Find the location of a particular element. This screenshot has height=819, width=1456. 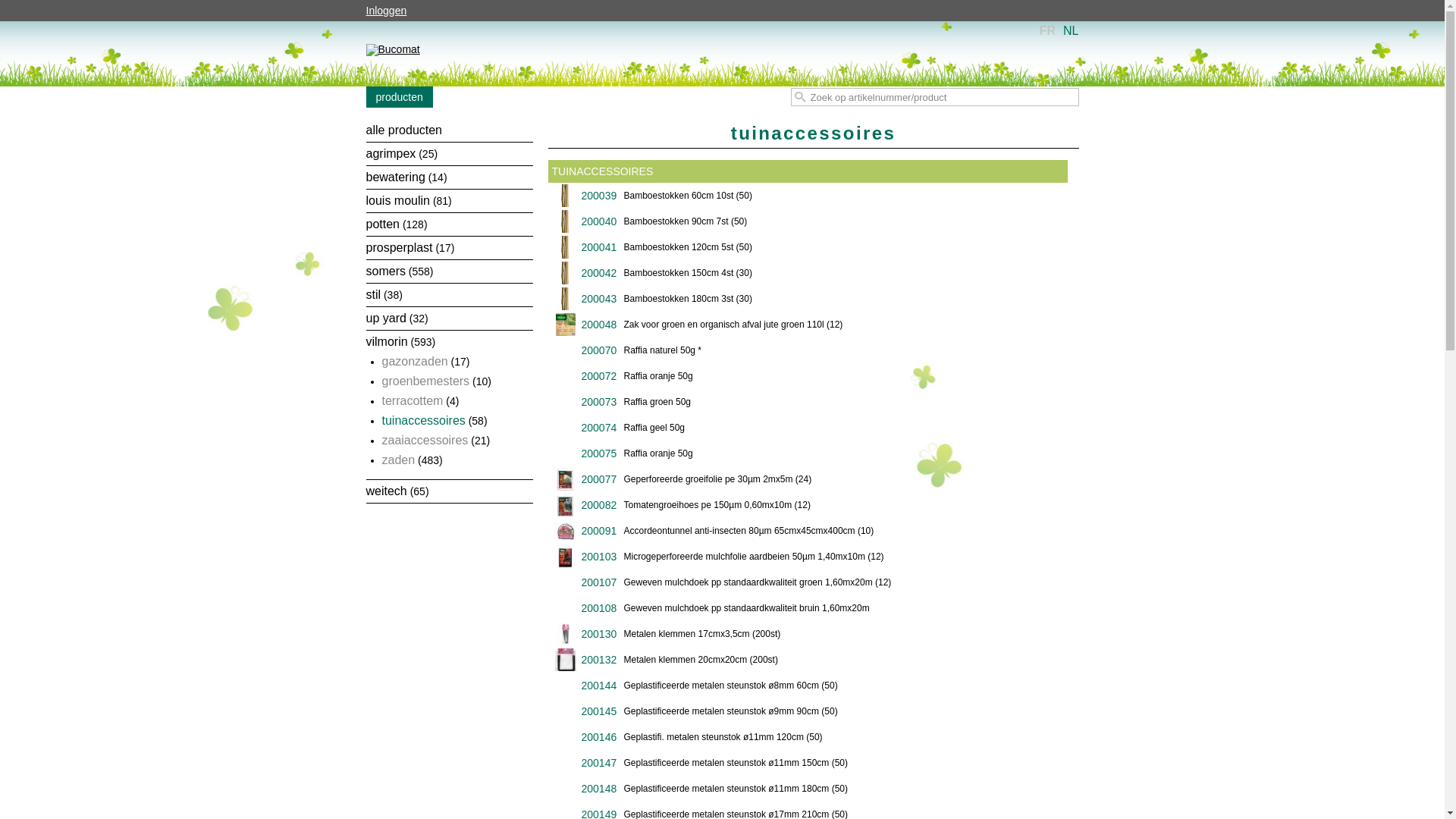

'NL' is located at coordinates (1062, 30).